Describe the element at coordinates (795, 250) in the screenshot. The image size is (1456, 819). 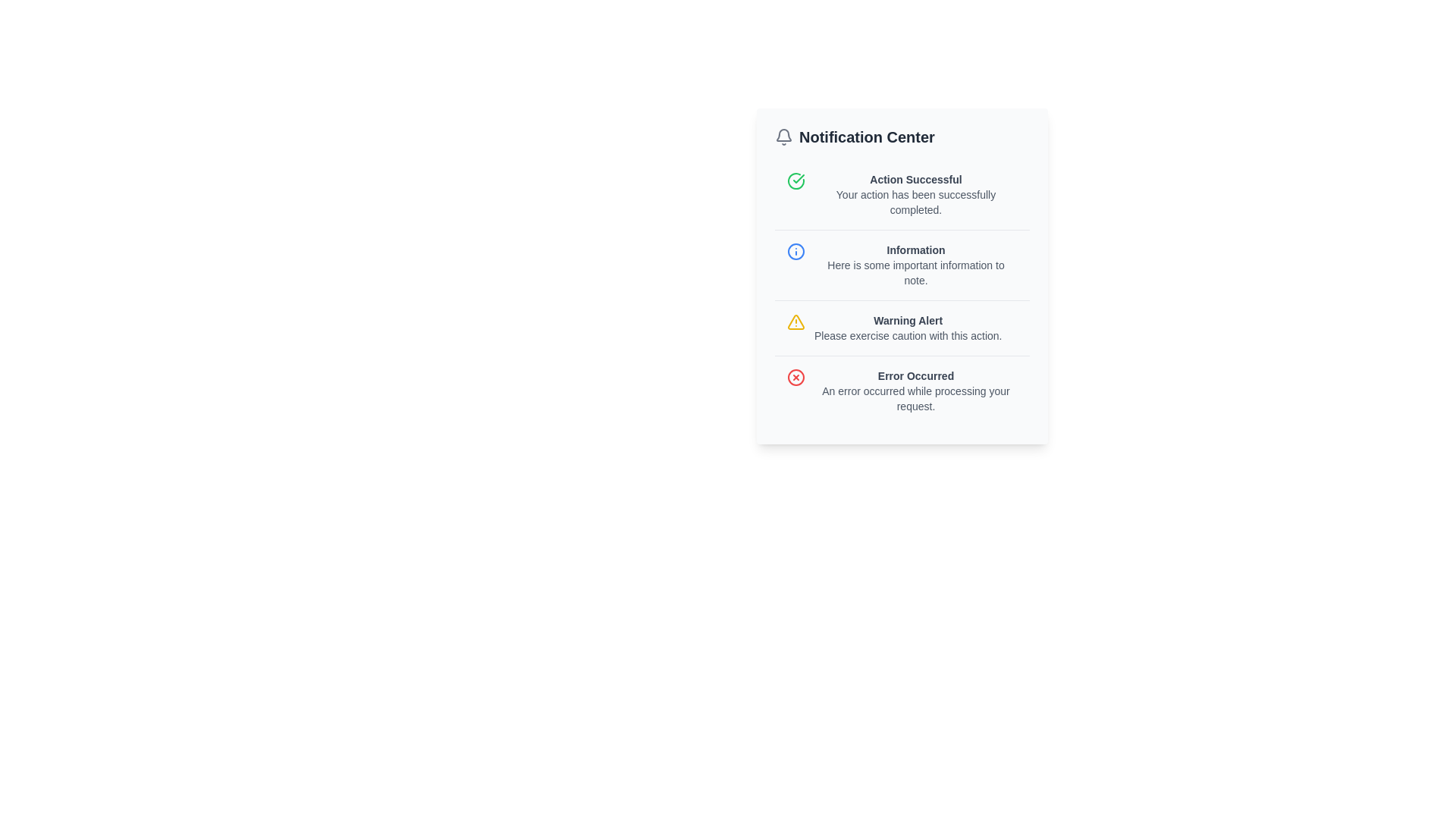
I see `the icon located to the left of the 'Information' section in the notification panel to interact or see more details` at that location.